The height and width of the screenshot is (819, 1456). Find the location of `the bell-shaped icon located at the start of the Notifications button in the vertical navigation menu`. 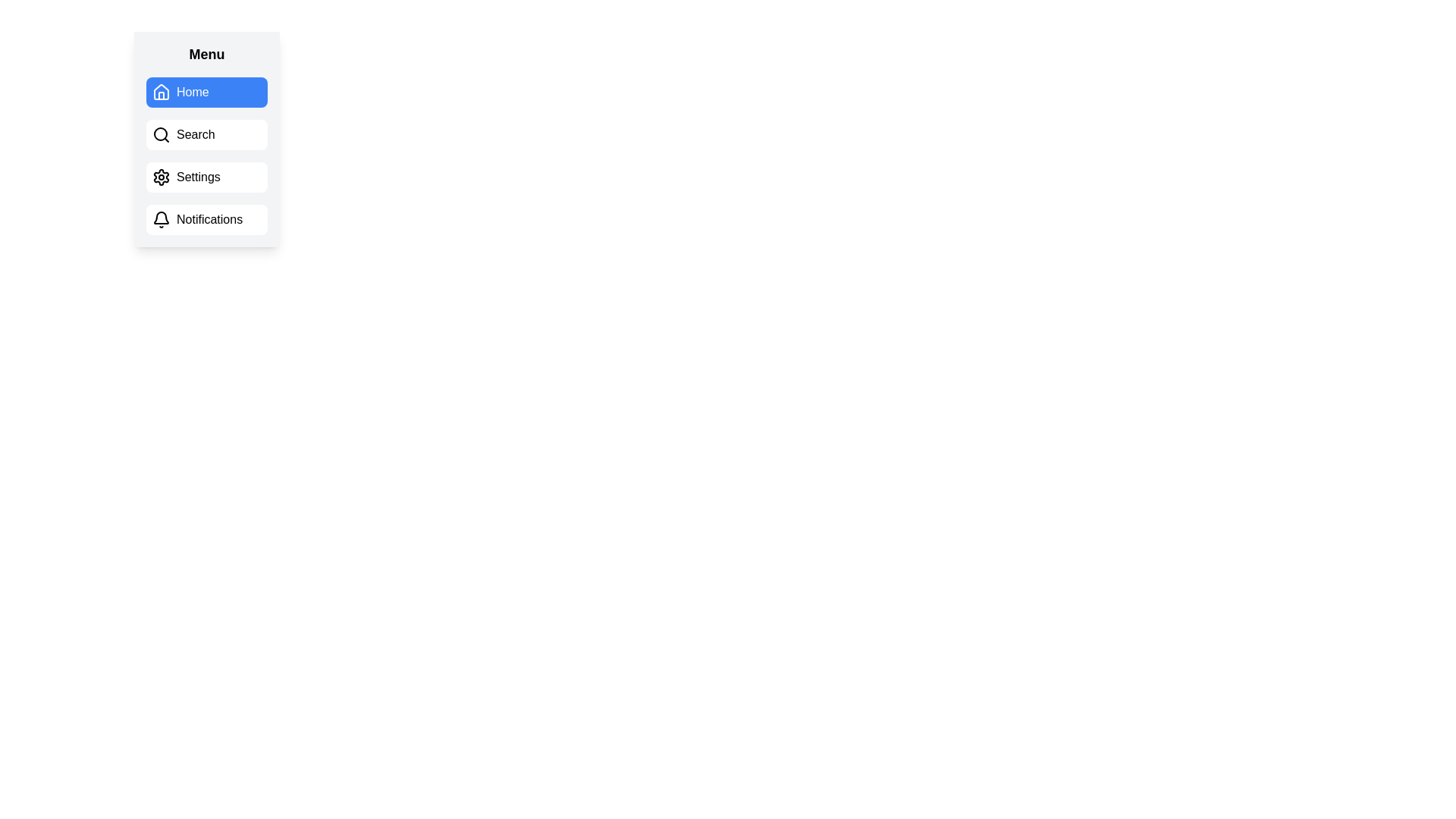

the bell-shaped icon located at the start of the Notifications button in the vertical navigation menu is located at coordinates (161, 219).